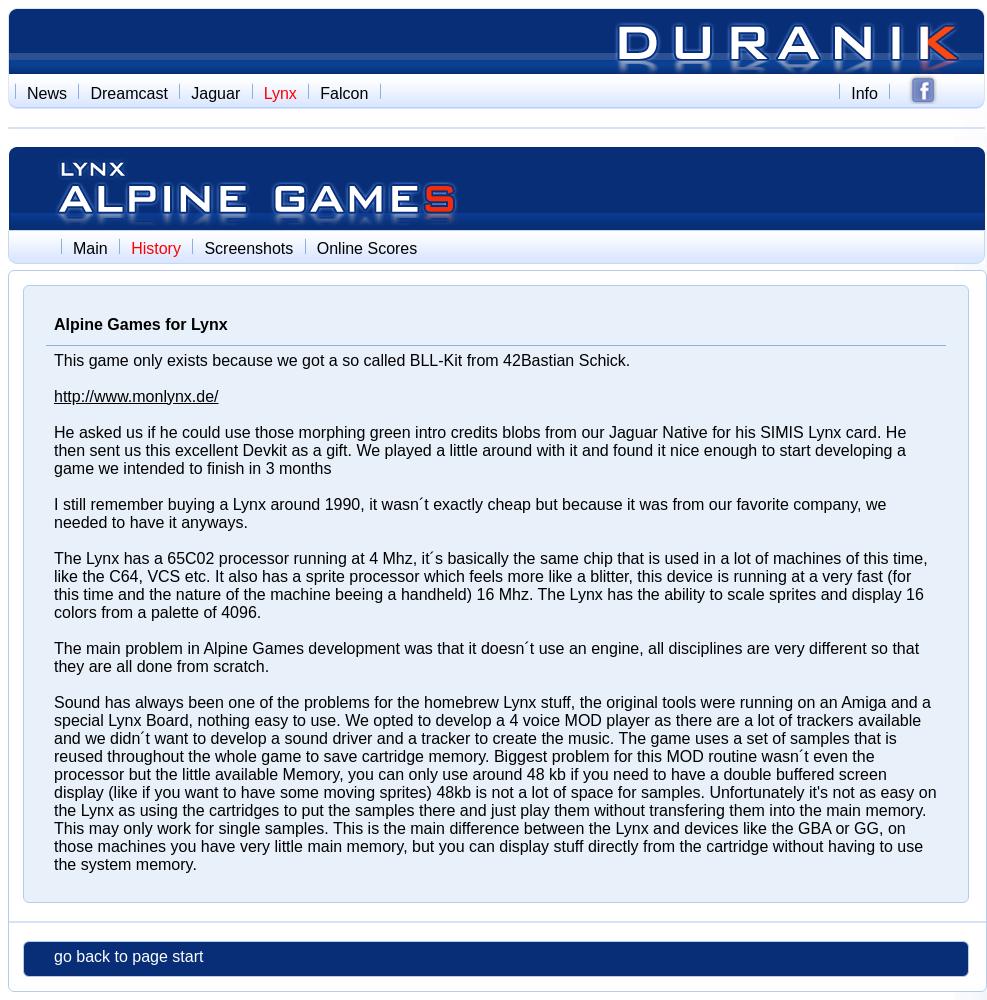 The height and width of the screenshot is (1000, 987). What do you see at coordinates (136, 395) in the screenshot?
I see `'http://www.monlynx.de/'` at bounding box center [136, 395].